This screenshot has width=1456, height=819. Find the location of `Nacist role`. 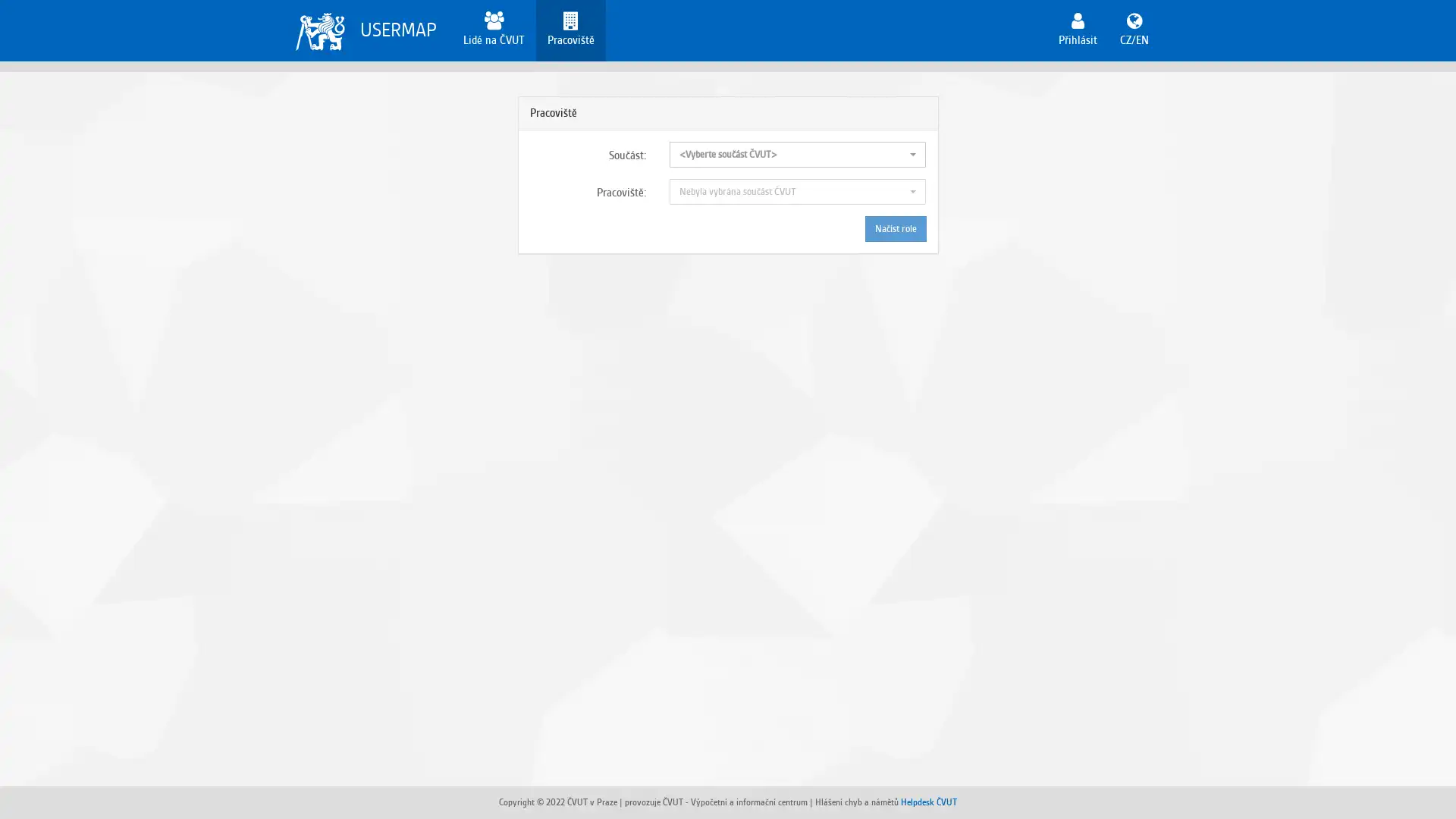

Nacist role is located at coordinates (895, 228).